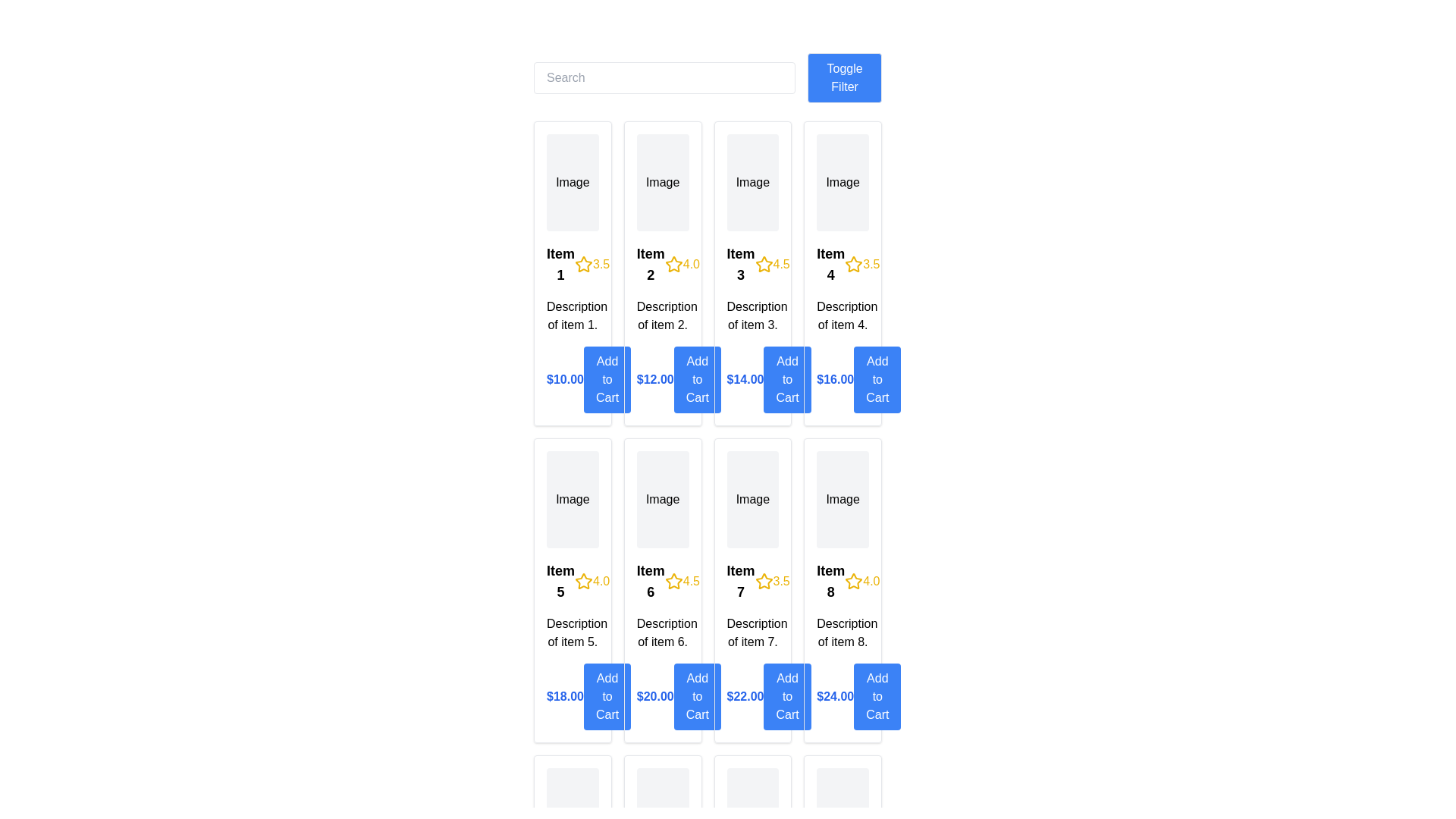 The width and height of the screenshot is (1456, 819). Describe the element at coordinates (854, 580) in the screenshot. I see `the fourth star in the five-star rating component for 'Item 8' to interact with the rating` at that location.